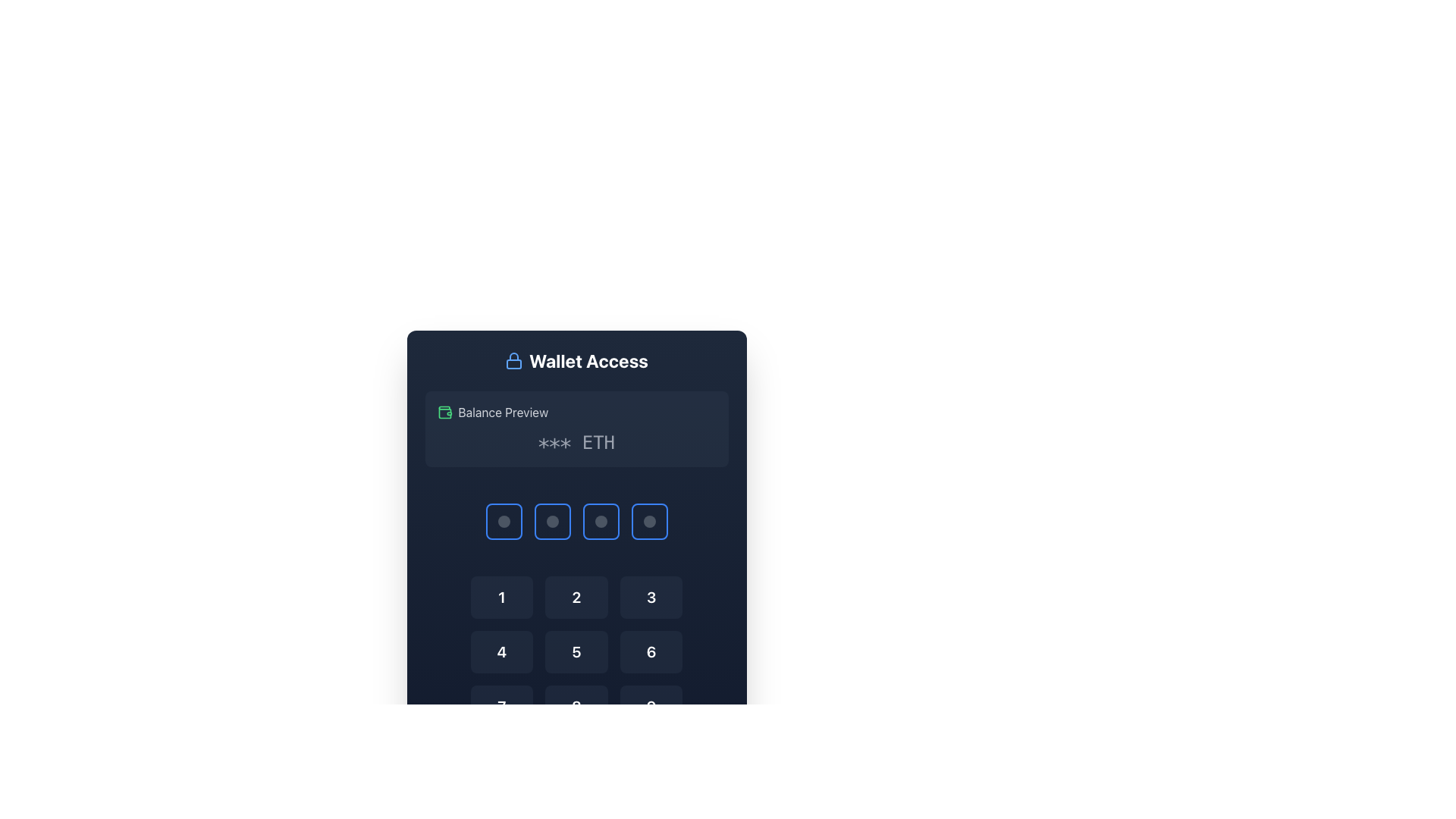  I want to click on the button displaying the number '6' which has a dark background and rounded corners, part of a numeric keypad layout, so click(651, 651).